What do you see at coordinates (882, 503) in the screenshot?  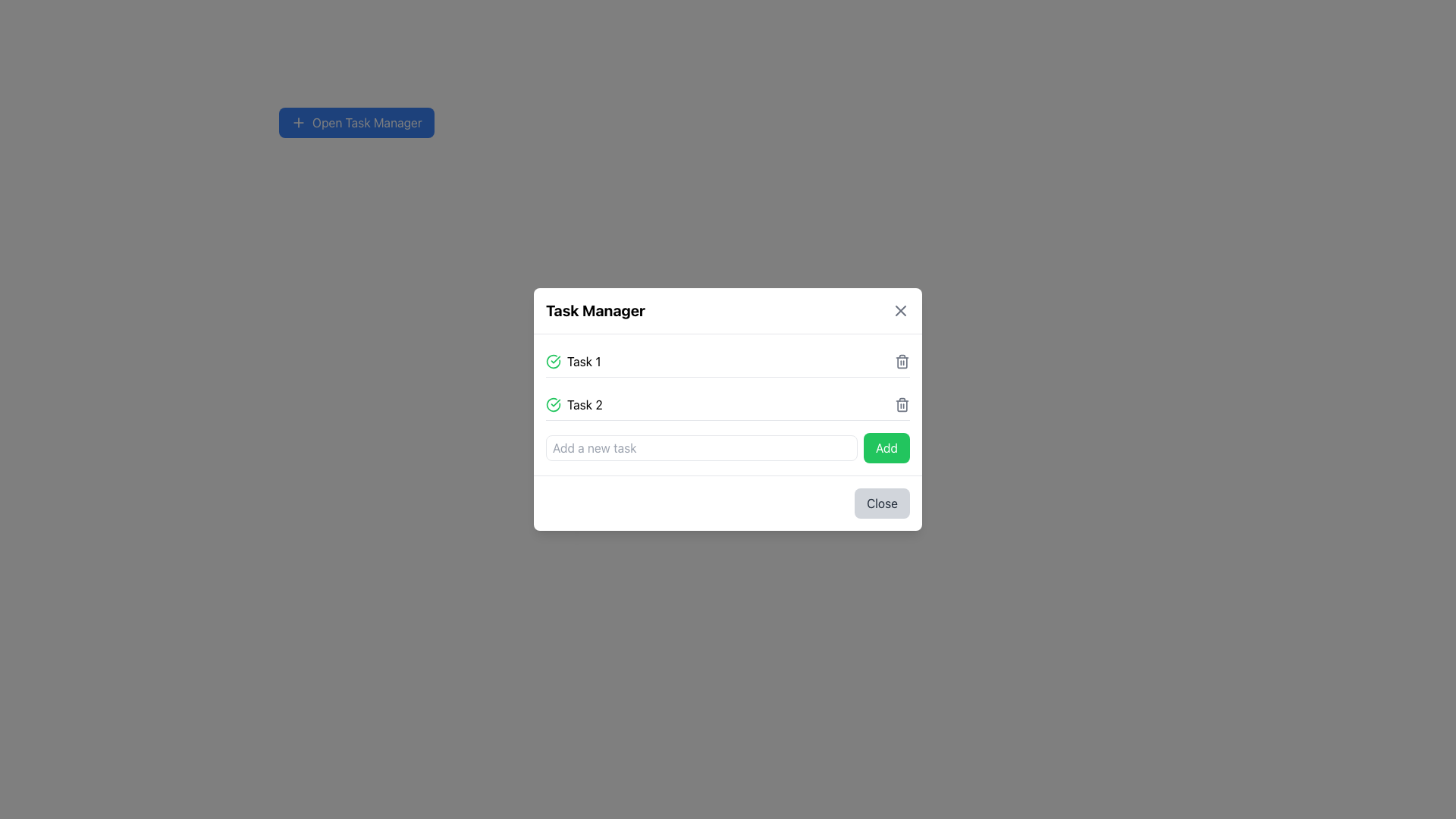 I see `the 'Close' button located in the lower-right corner of the 'Task Manager' modal` at bounding box center [882, 503].